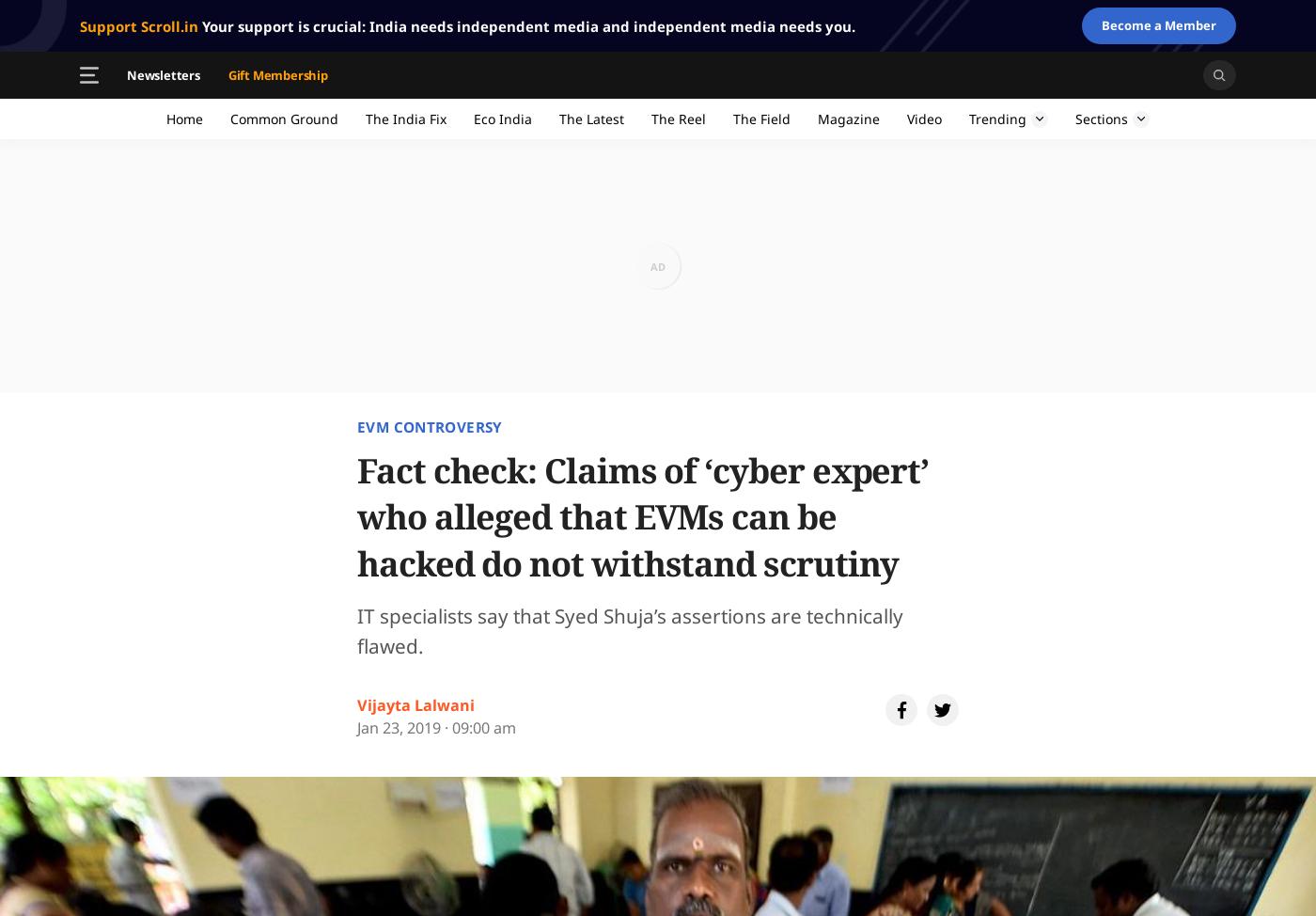 Image resolution: width=1316 pixels, height=916 pixels. Describe the element at coordinates (276, 73) in the screenshot. I see `'Gift Membership'` at that location.